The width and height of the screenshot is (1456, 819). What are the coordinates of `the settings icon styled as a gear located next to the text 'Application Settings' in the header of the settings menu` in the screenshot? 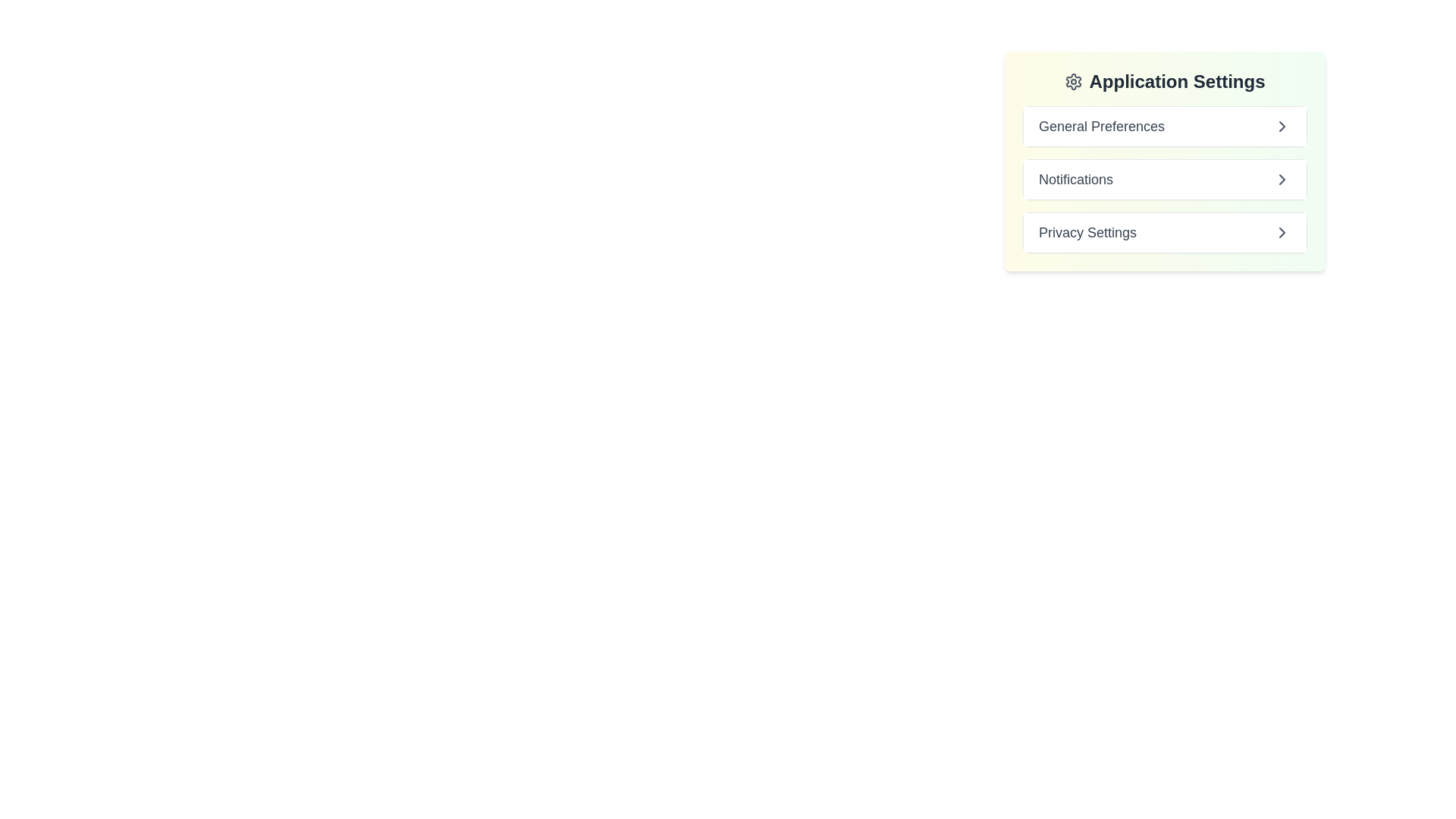 It's located at (1073, 82).